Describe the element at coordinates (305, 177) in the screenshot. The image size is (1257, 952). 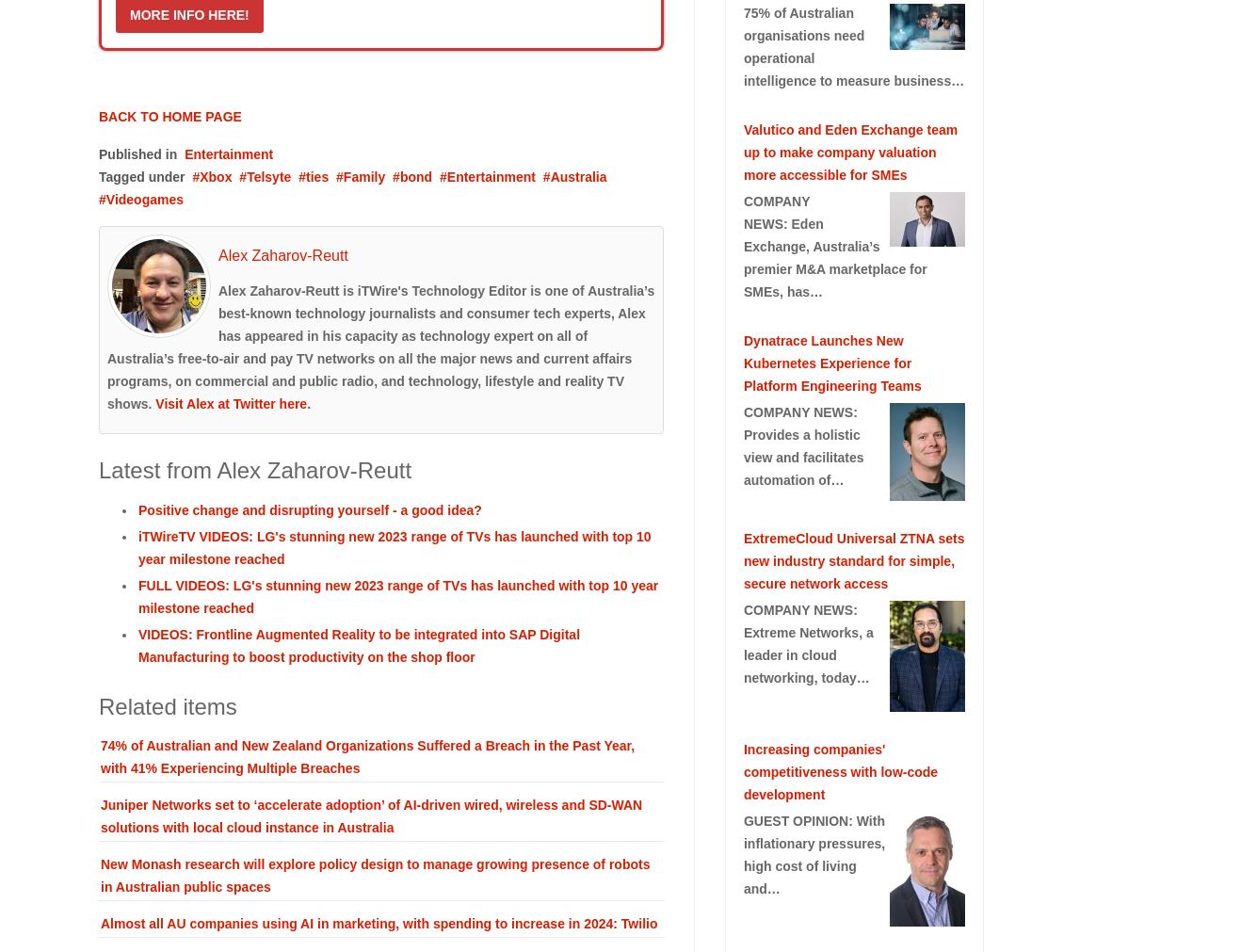
I see `'ties'` at that location.